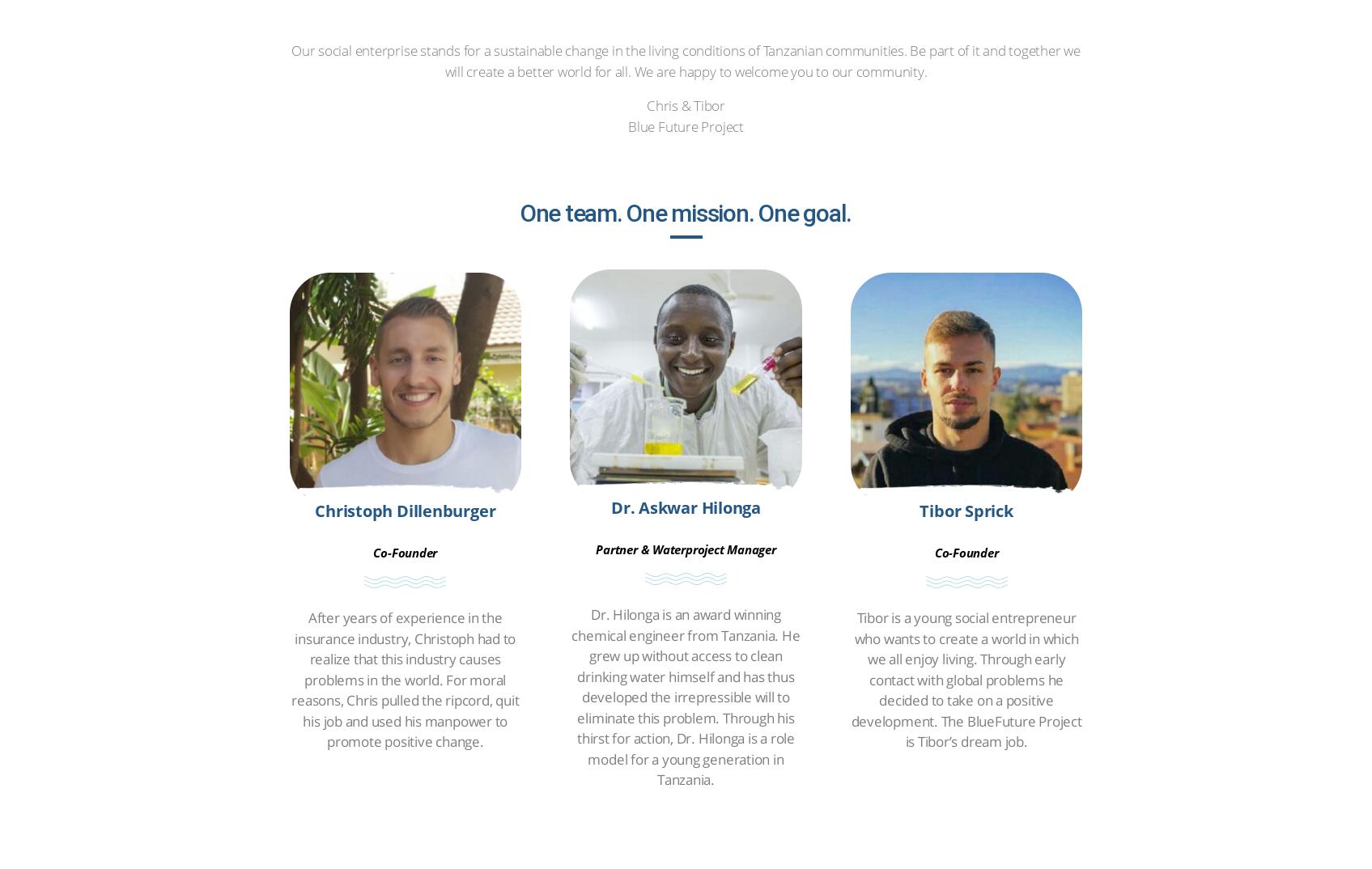 This screenshot has height=869, width=1372. I want to click on 'Unsere Philosophie', so click(843, 90).